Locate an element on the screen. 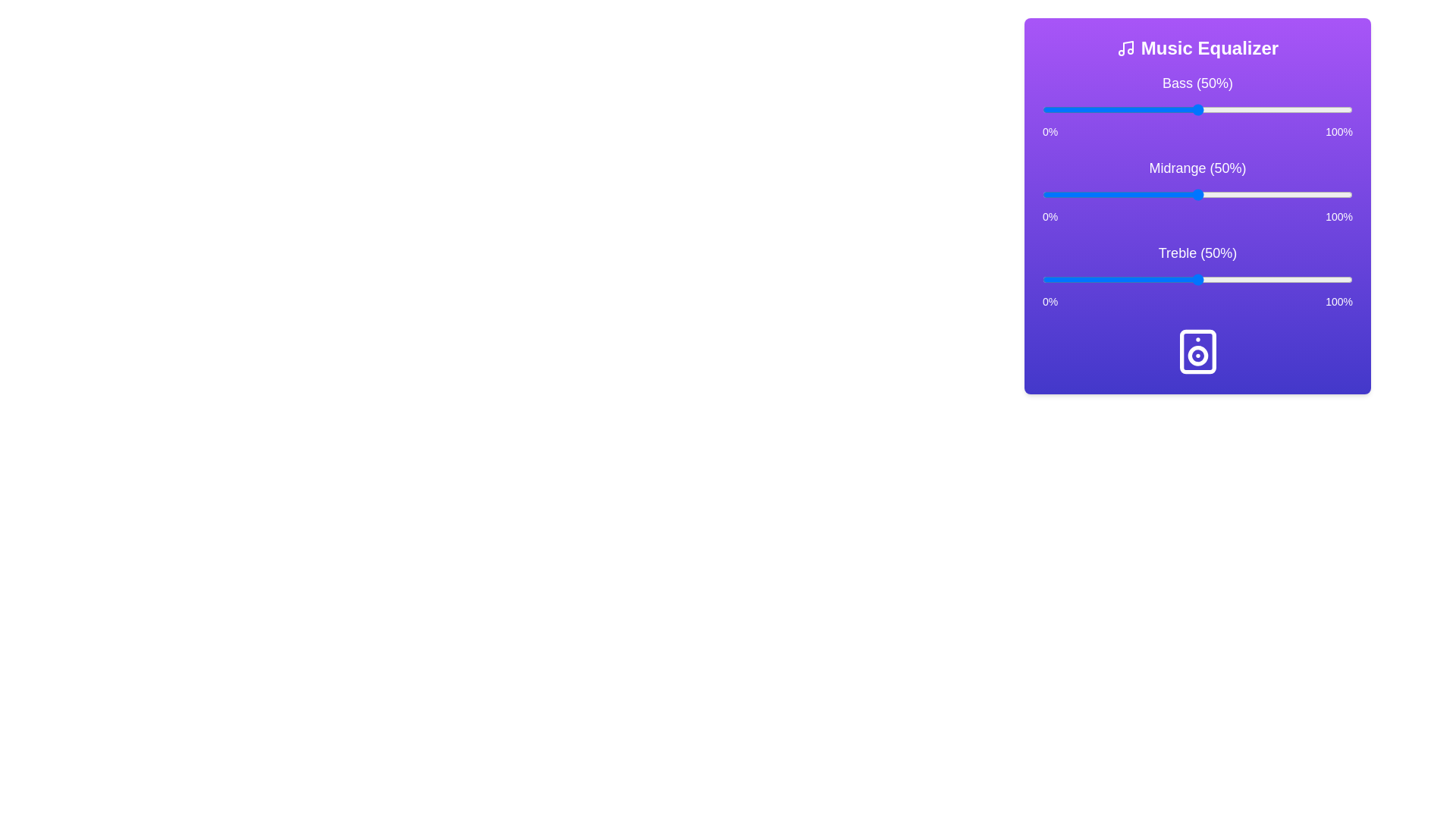  the treble slider to 46% is located at coordinates (1185, 280).